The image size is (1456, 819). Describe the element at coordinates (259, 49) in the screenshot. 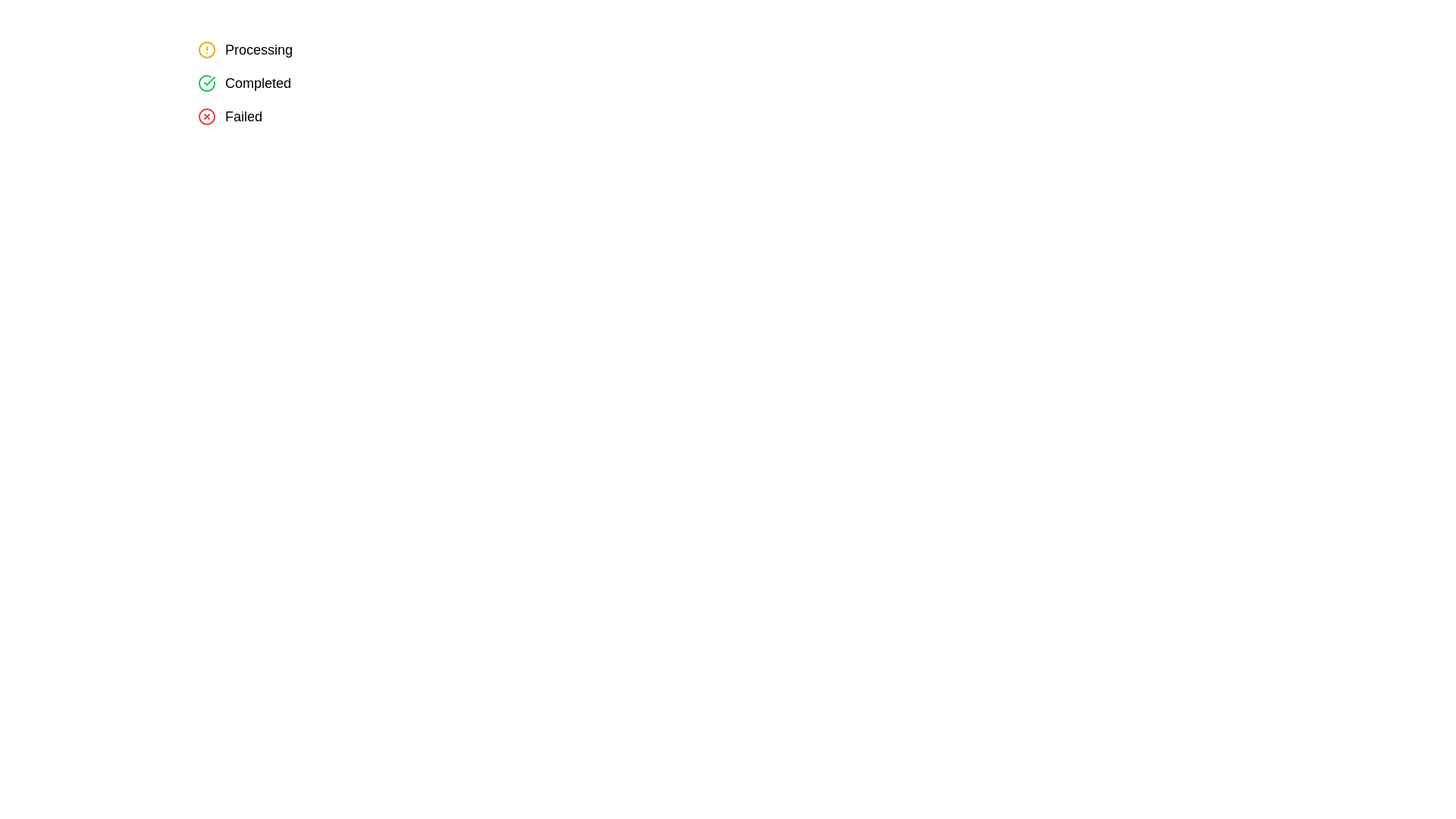

I see `the status label indicating 'Processing', which is positioned to the right of the alert icon in the upper left quadrant of the interface` at that location.